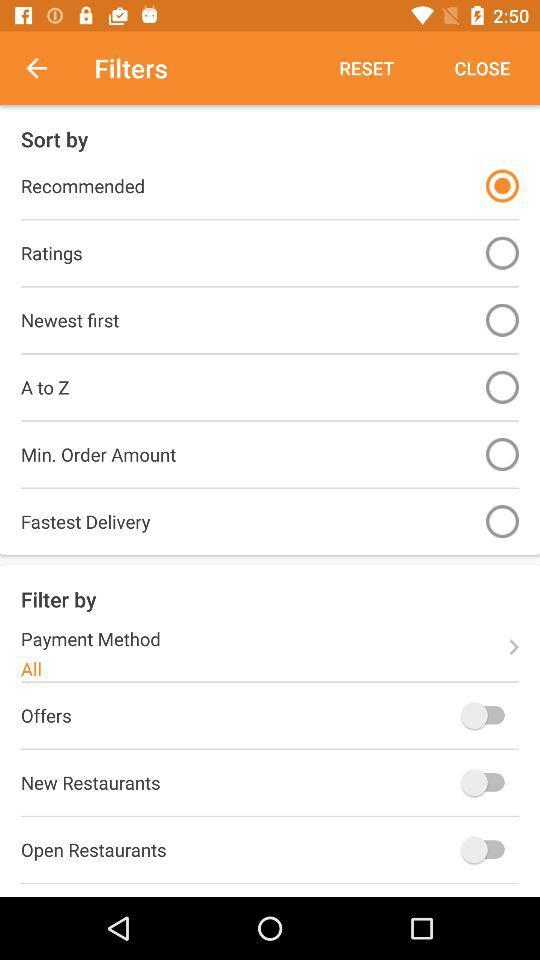  What do you see at coordinates (47, 68) in the screenshot?
I see `item to the left of filters item` at bounding box center [47, 68].